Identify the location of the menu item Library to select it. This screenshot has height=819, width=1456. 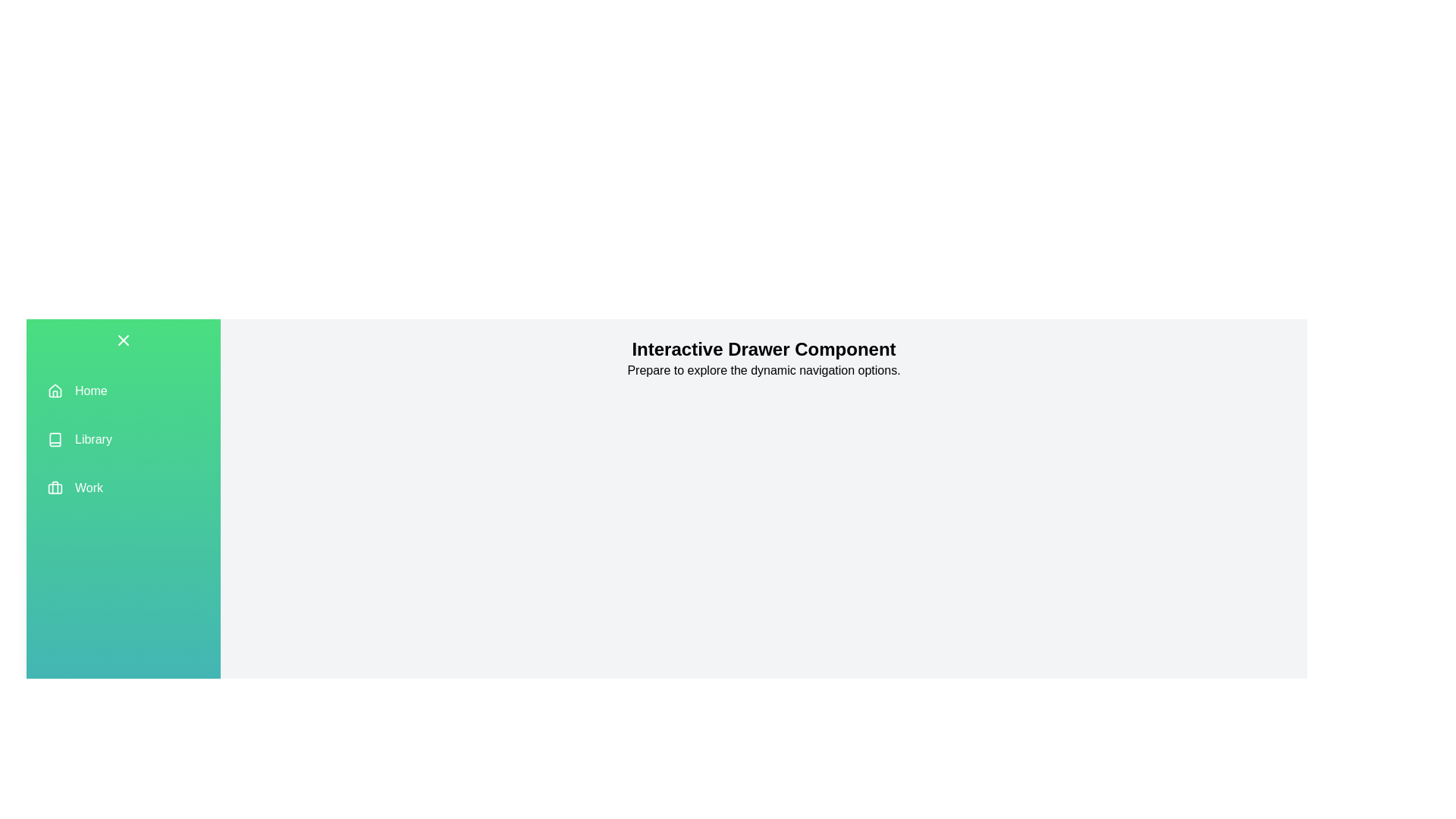
(124, 439).